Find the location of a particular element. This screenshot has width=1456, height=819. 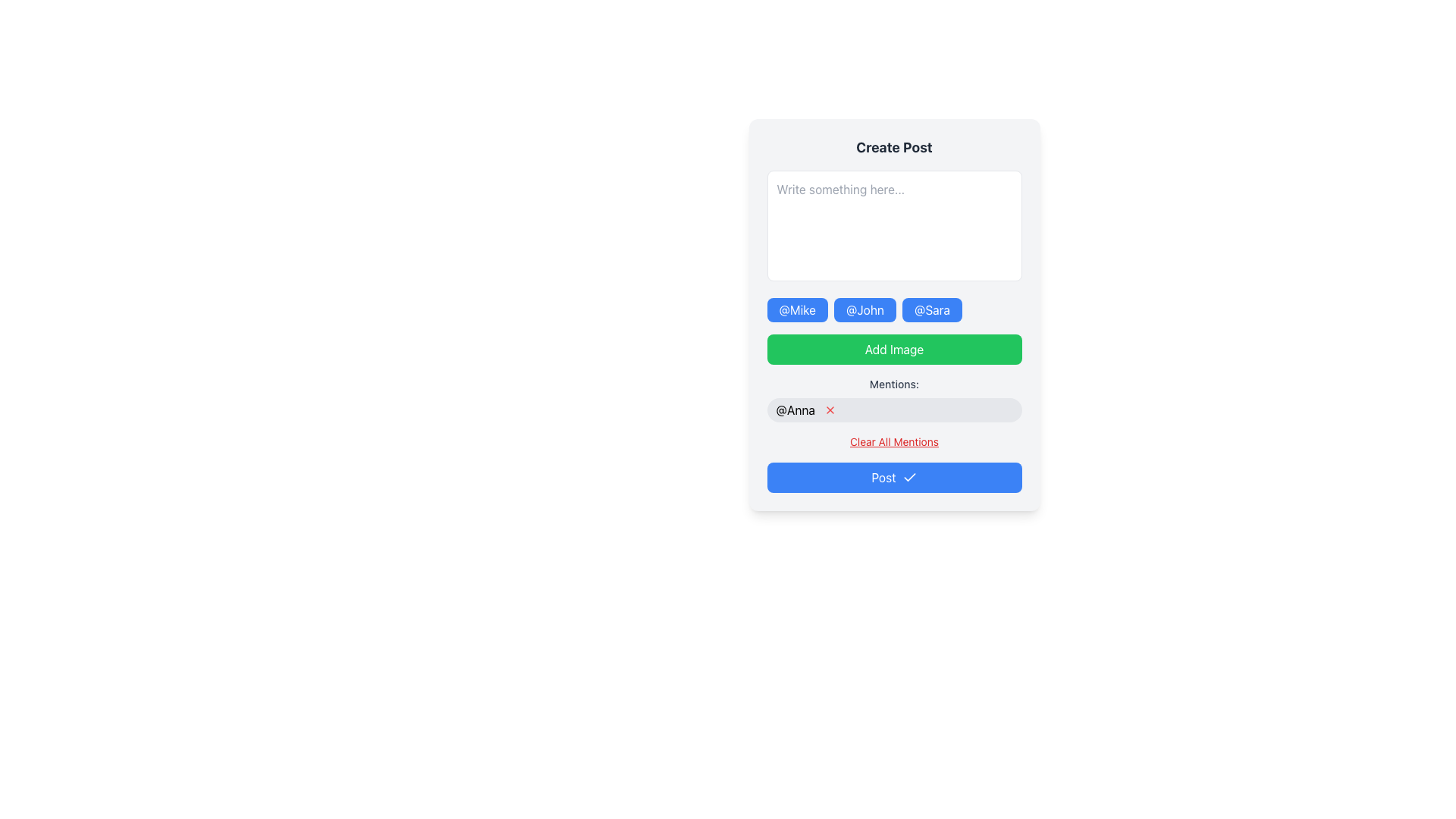

the interactive mention selector button for user tagged '@John' is located at coordinates (894, 314).